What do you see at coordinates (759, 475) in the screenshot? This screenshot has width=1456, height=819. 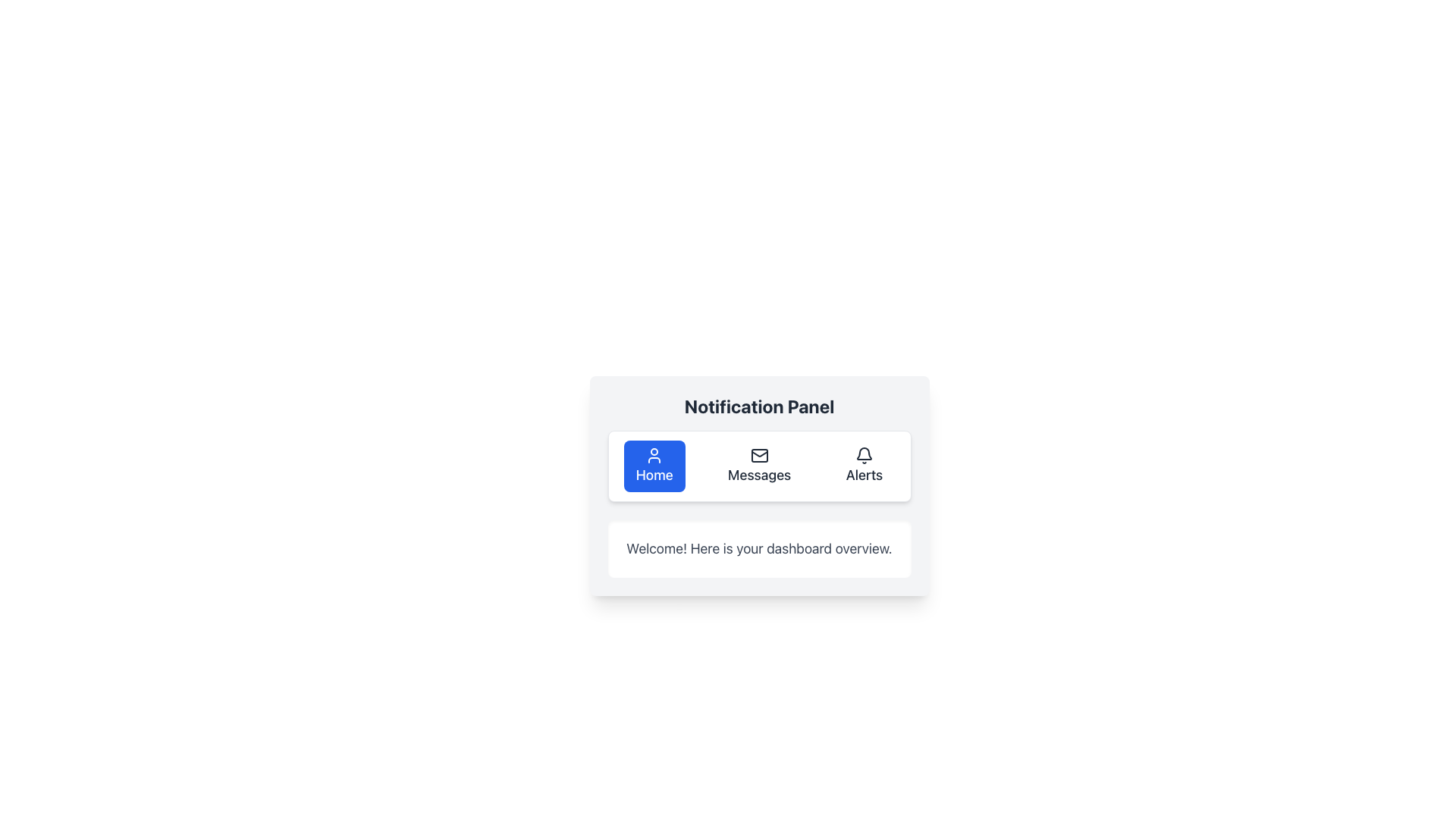 I see `'Messages' label, which is displayed in a clear, medium-sized black font under the mail icon in the toolbar section` at bounding box center [759, 475].